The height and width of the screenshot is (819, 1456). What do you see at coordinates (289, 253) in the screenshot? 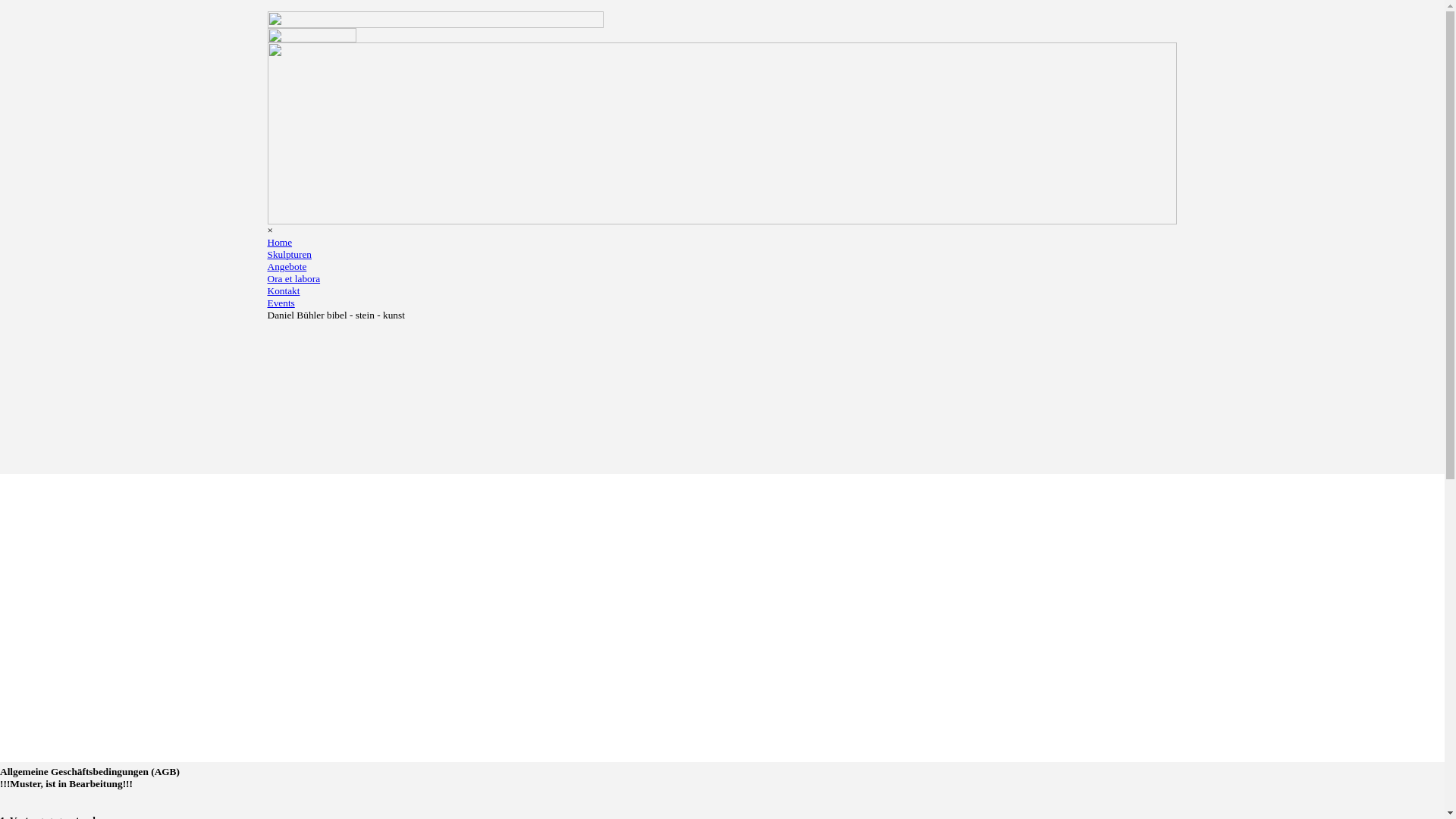
I see `'Skulpturen'` at bounding box center [289, 253].